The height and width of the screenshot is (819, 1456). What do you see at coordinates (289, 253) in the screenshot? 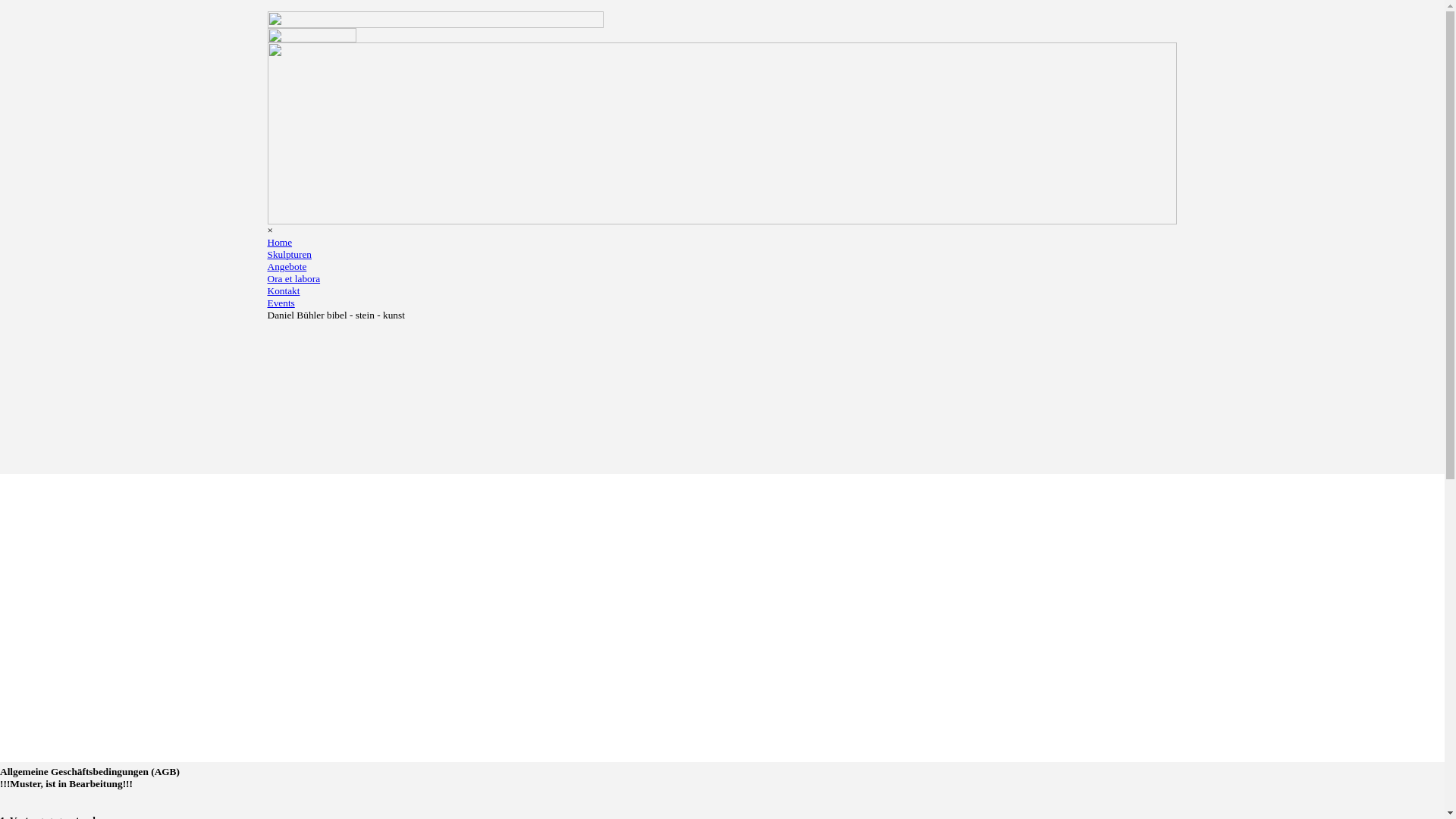
I see `'Skulpturen'` at bounding box center [289, 253].